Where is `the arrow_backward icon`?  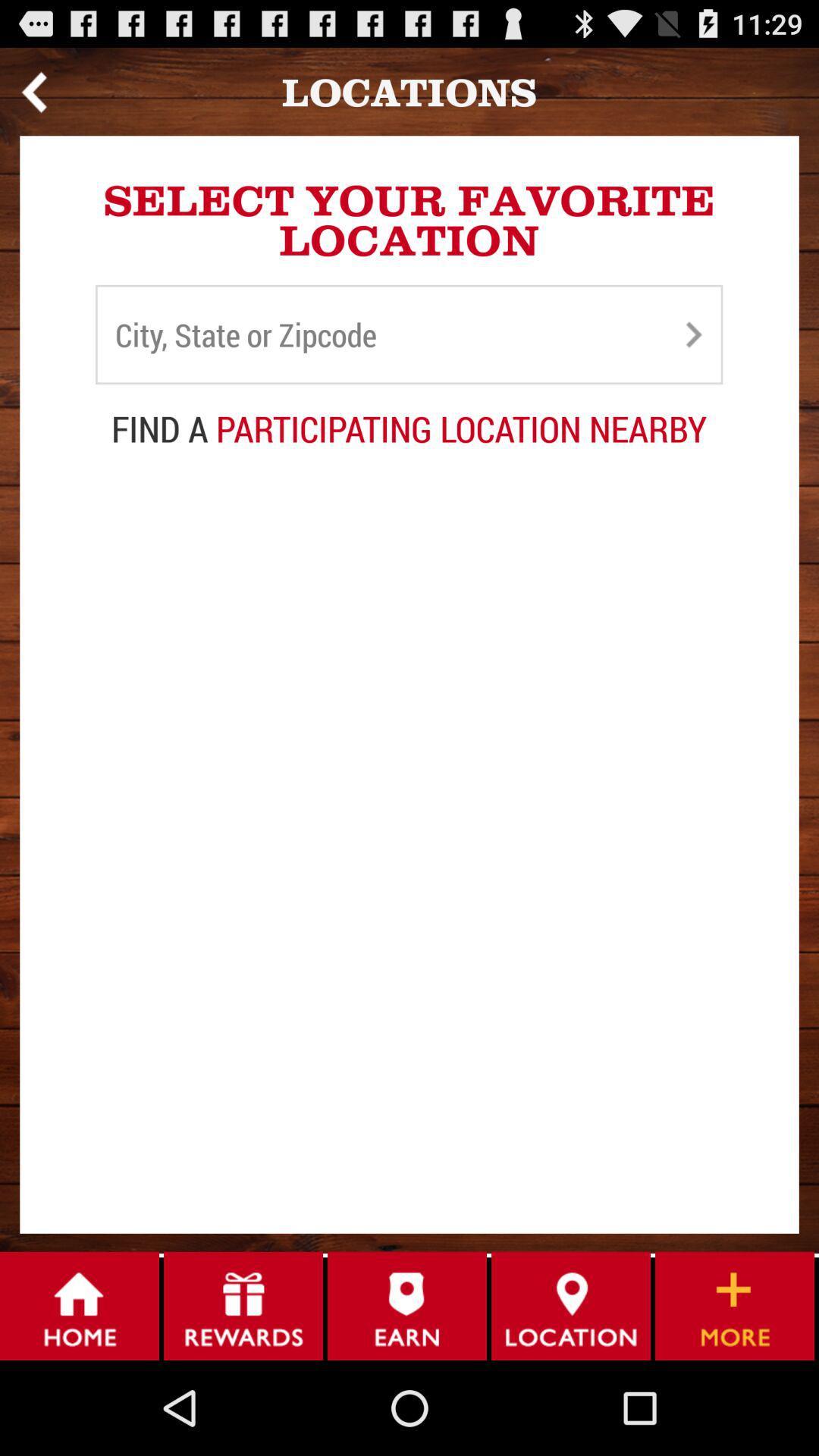 the arrow_backward icon is located at coordinates (33, 97).